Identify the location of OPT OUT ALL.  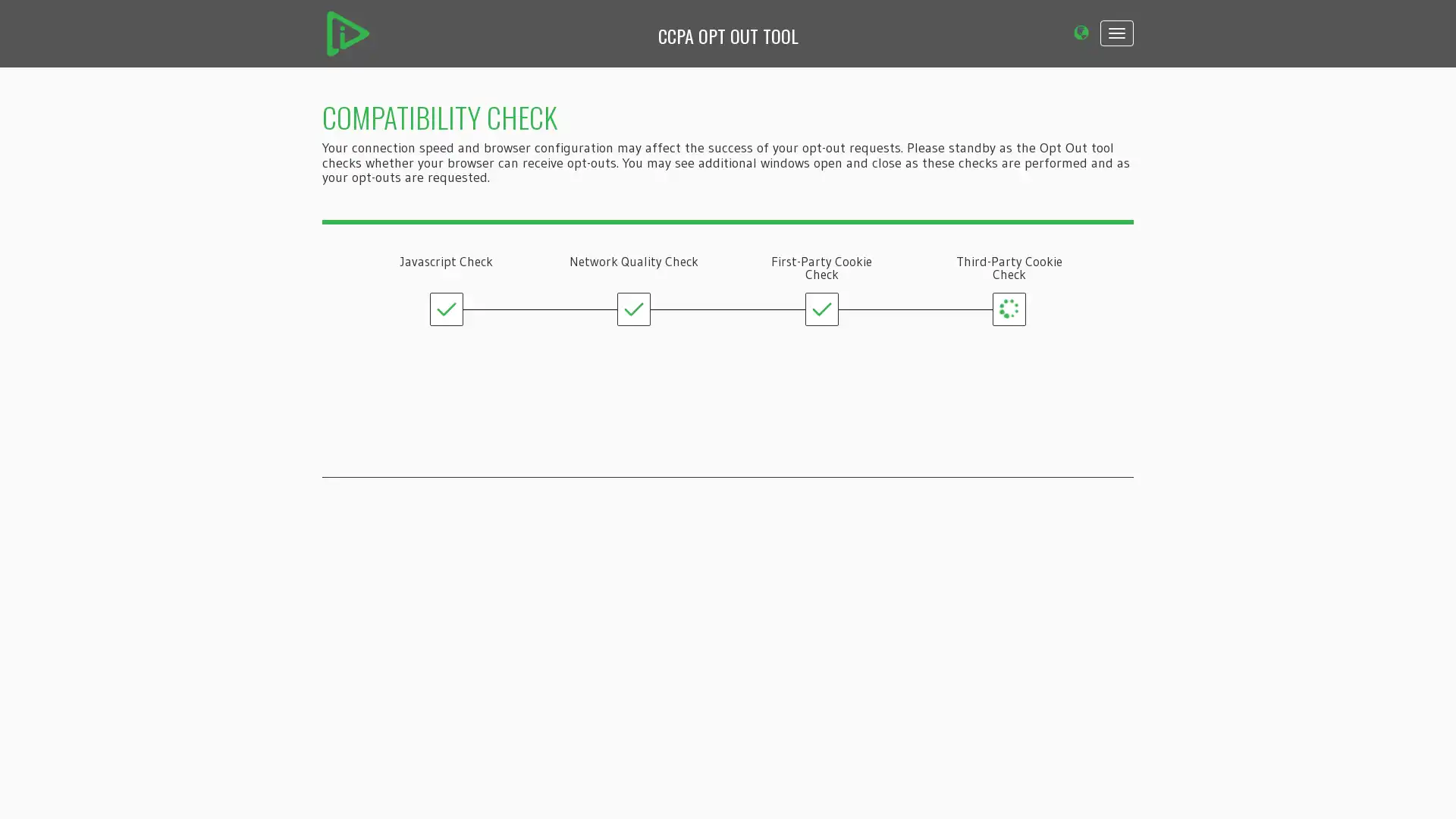
(747, 771).